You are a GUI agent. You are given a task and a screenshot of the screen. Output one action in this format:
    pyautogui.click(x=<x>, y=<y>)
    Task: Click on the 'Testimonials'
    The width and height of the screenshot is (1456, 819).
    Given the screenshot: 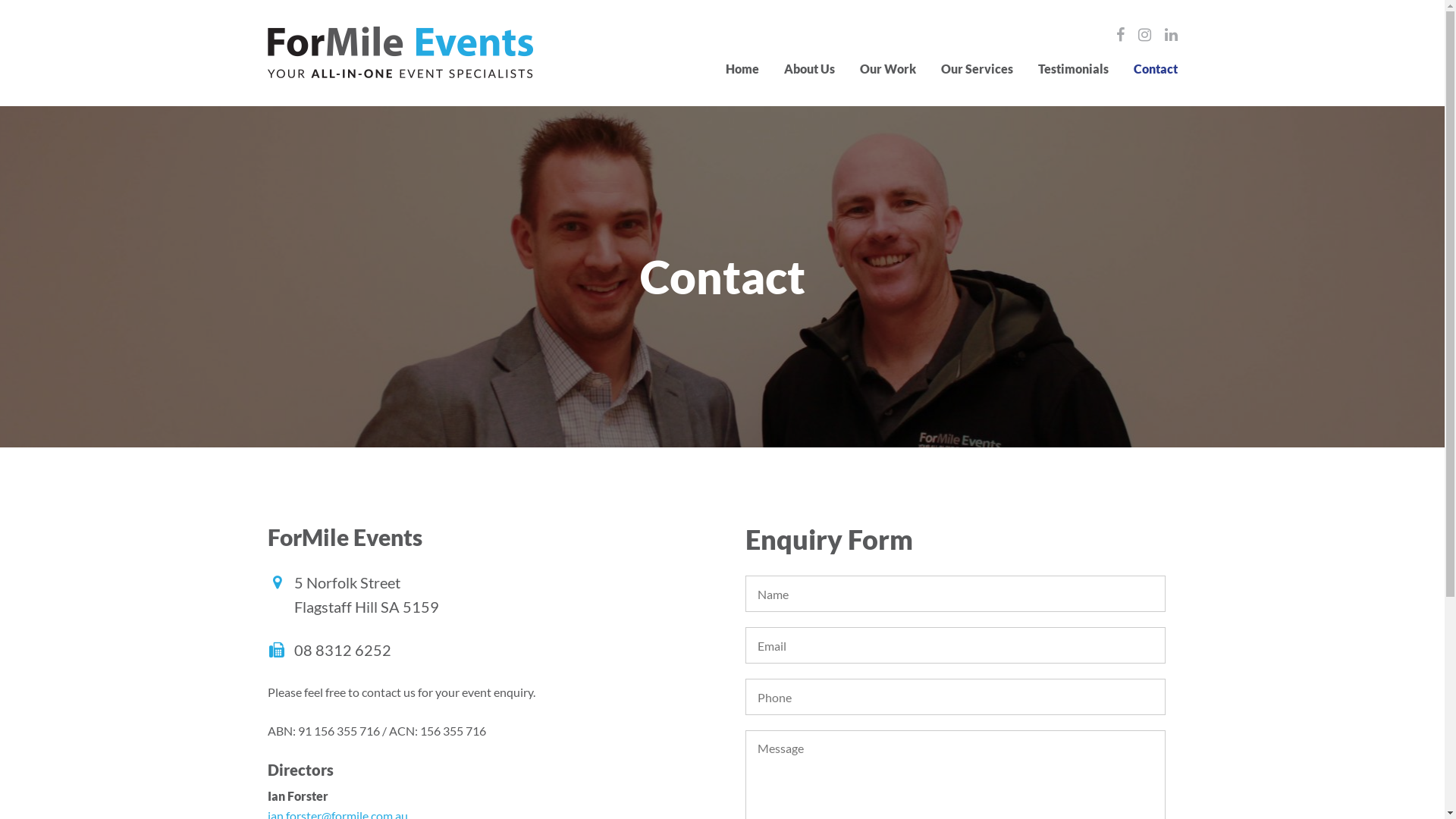 What is the action you would take?
    pyautogui.click(x=1037, y=68)
    